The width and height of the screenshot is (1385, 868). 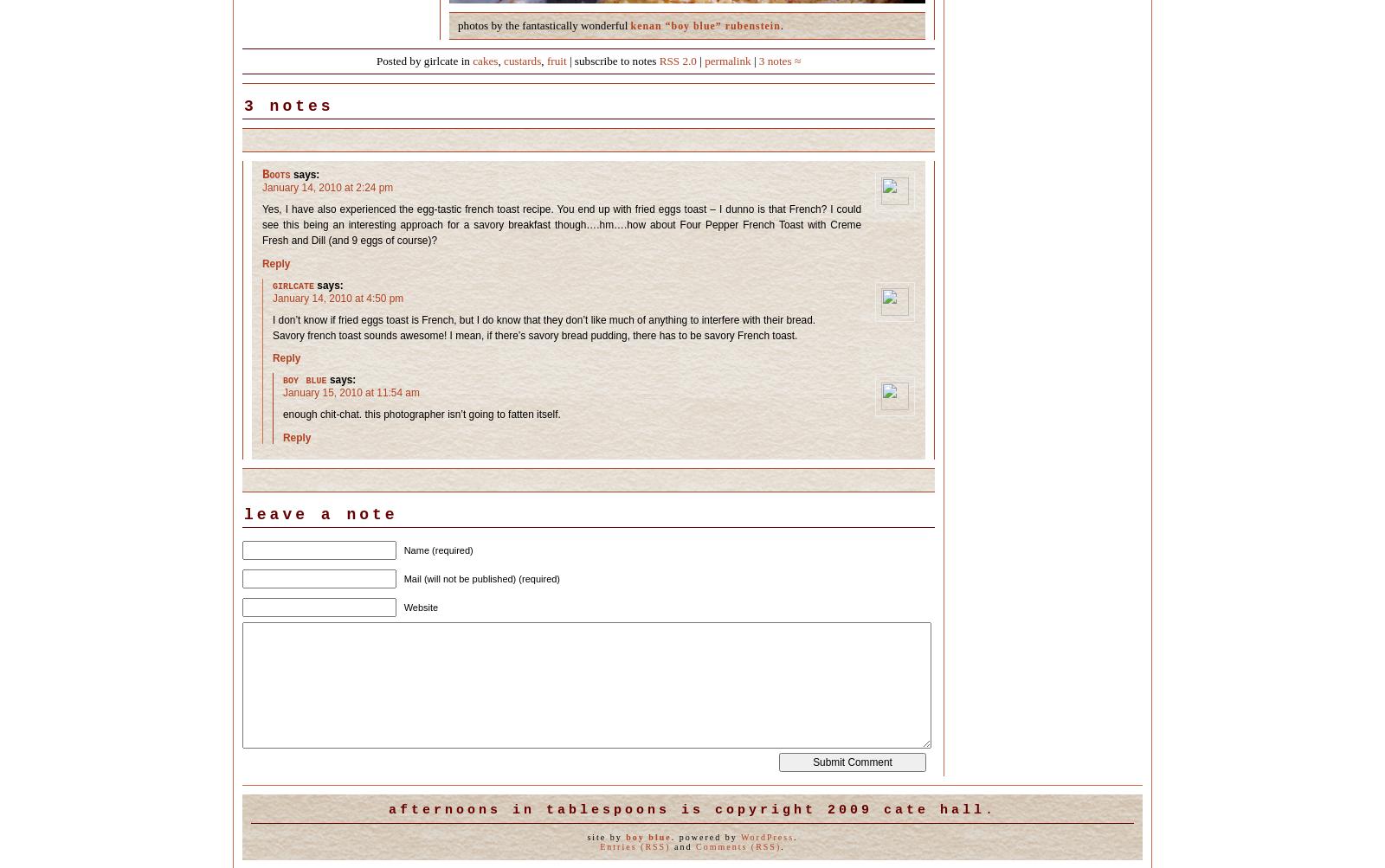 I want to click on 'cakes', so click(x=471, y=61).